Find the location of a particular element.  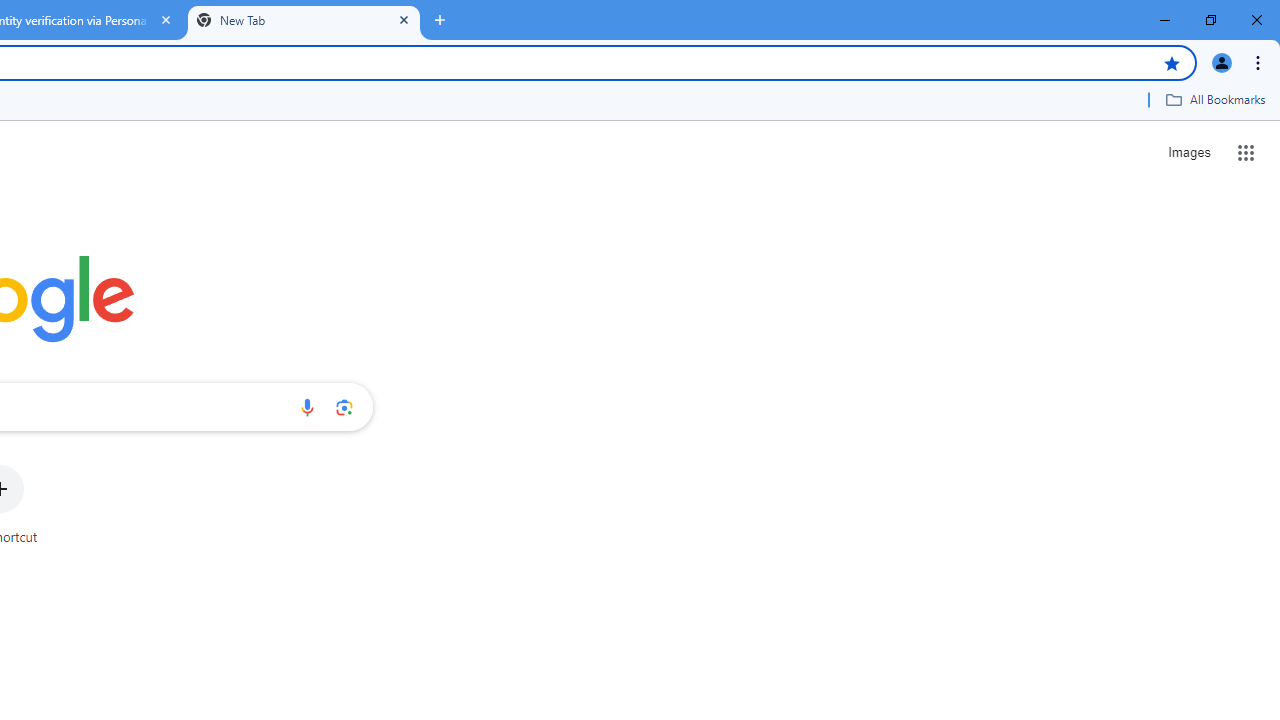

'Chrome' is located at coordinates (1259, 61).